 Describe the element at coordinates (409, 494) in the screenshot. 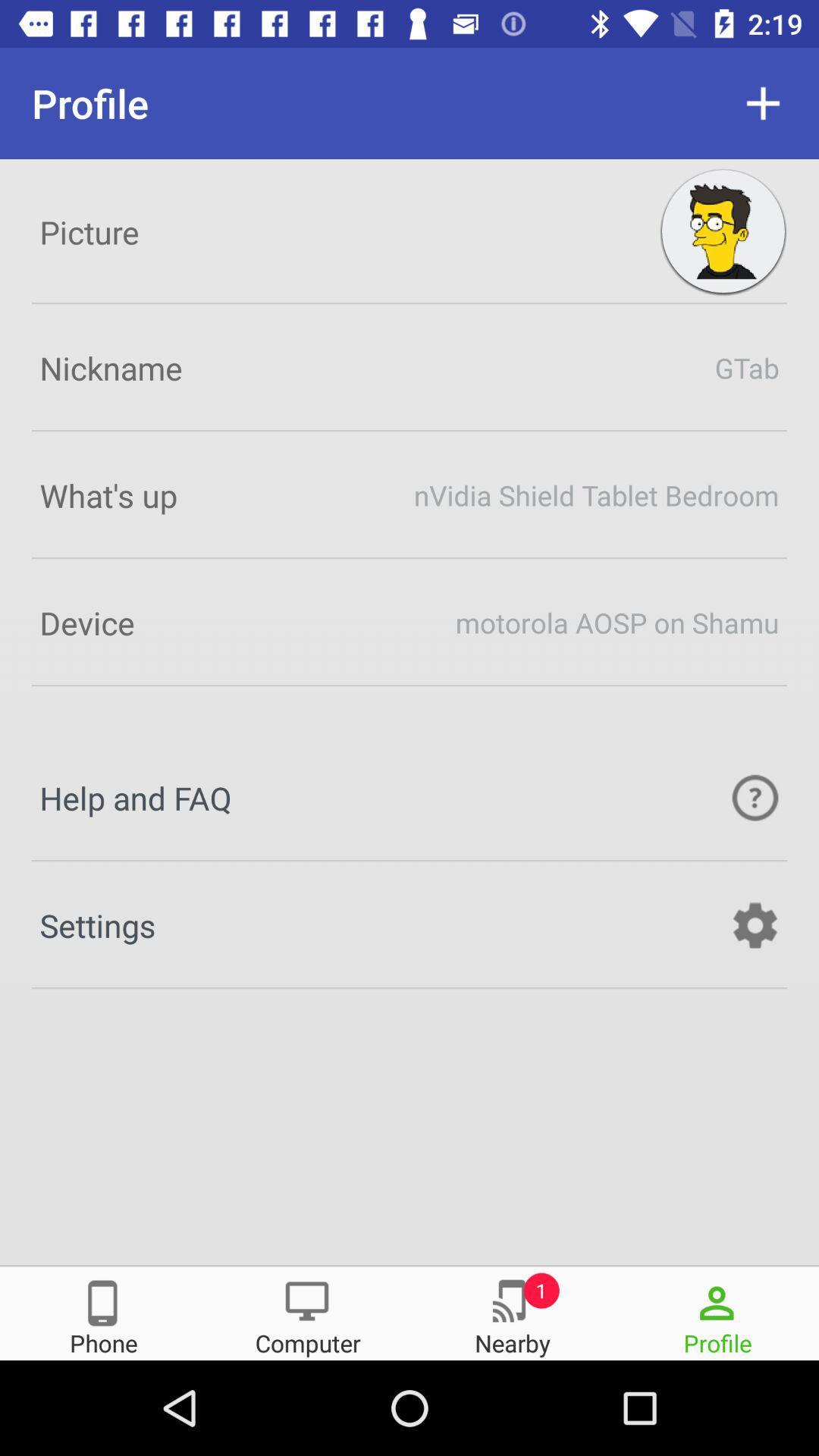

I see `texts below nickname and gtab` at that location.